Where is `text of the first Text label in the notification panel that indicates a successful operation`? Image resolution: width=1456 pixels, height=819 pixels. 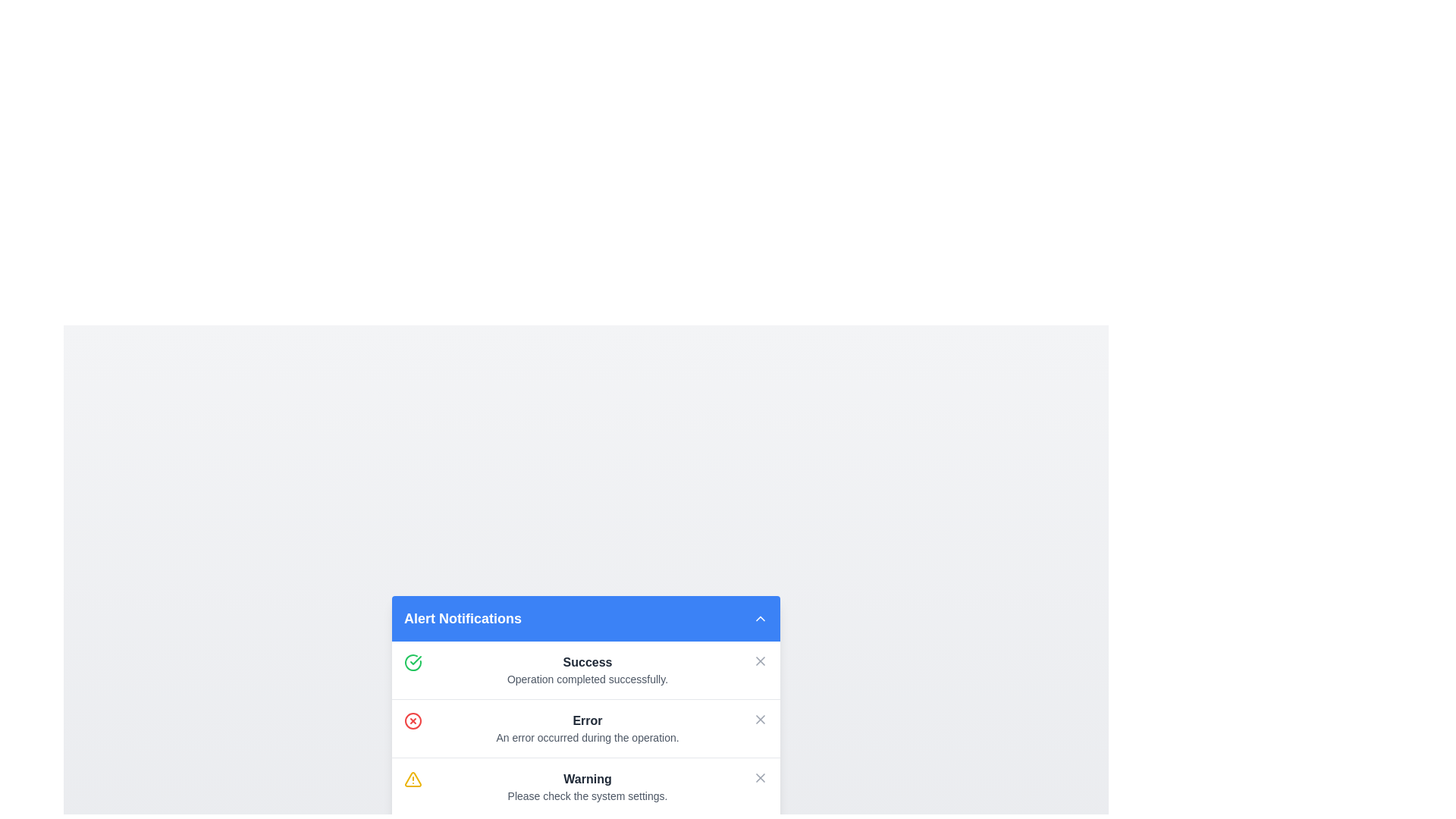 text of the first Text label in the notification panel that indicates a successful operation is located at coordinates (586, 661).